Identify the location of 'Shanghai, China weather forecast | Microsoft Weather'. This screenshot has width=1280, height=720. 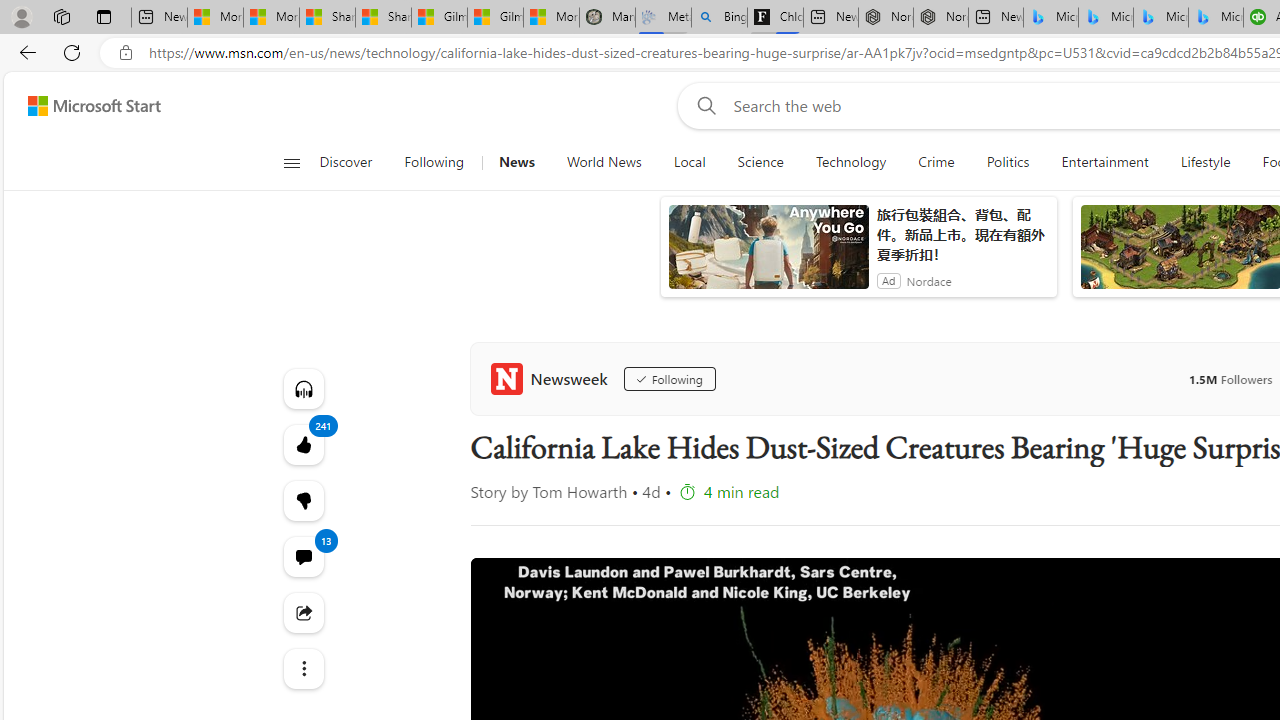
(383, 17).